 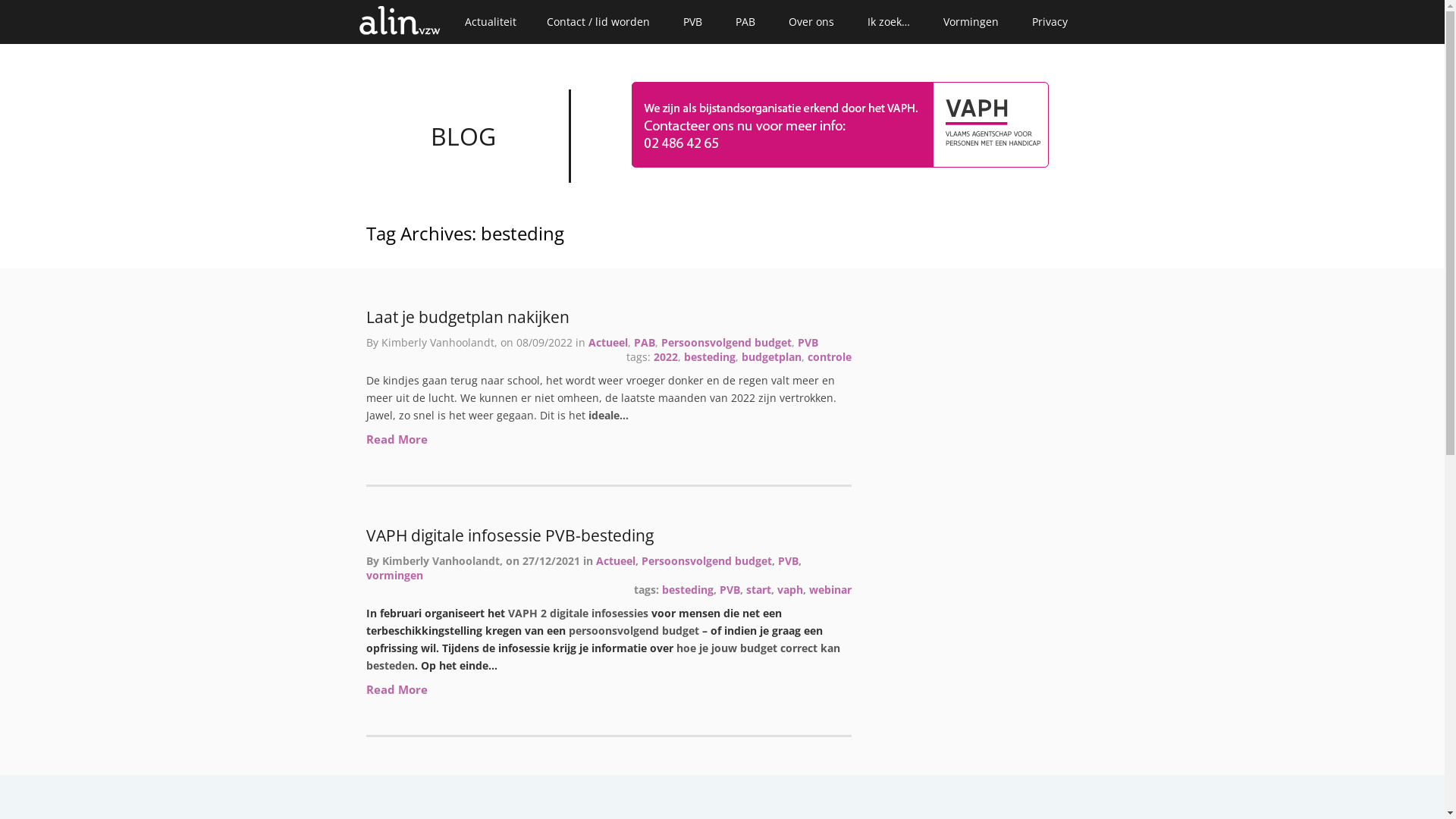 I want to click on 'Read More', so click(x=365, y=438).